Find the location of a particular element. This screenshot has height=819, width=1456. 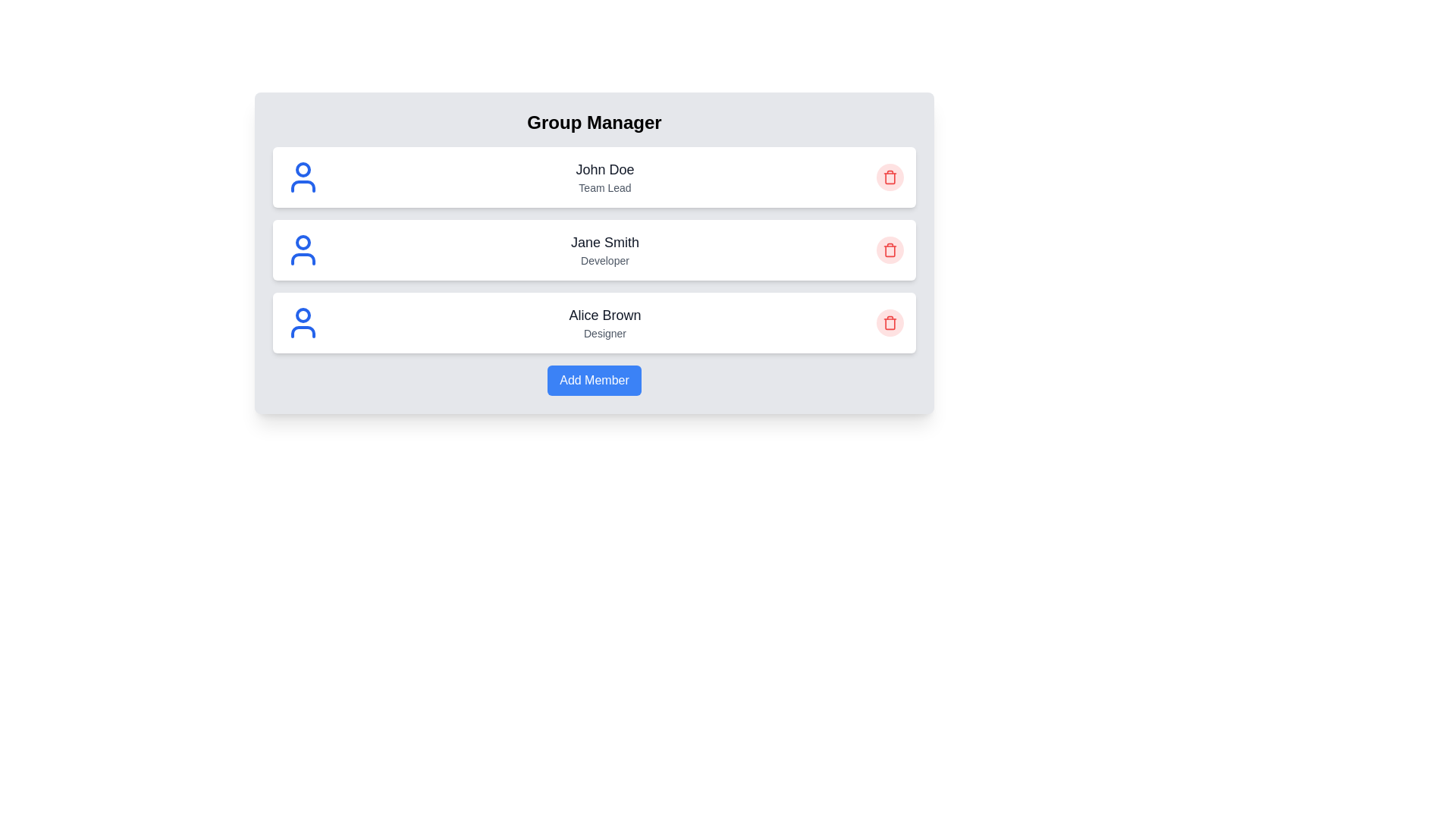

the delete icon button located in the top row of the list under 'Group Manager', aligned to the far right of the row containing 'John Doe - Team Lead' to initiate the delete action is located at coordinates (890, 177).